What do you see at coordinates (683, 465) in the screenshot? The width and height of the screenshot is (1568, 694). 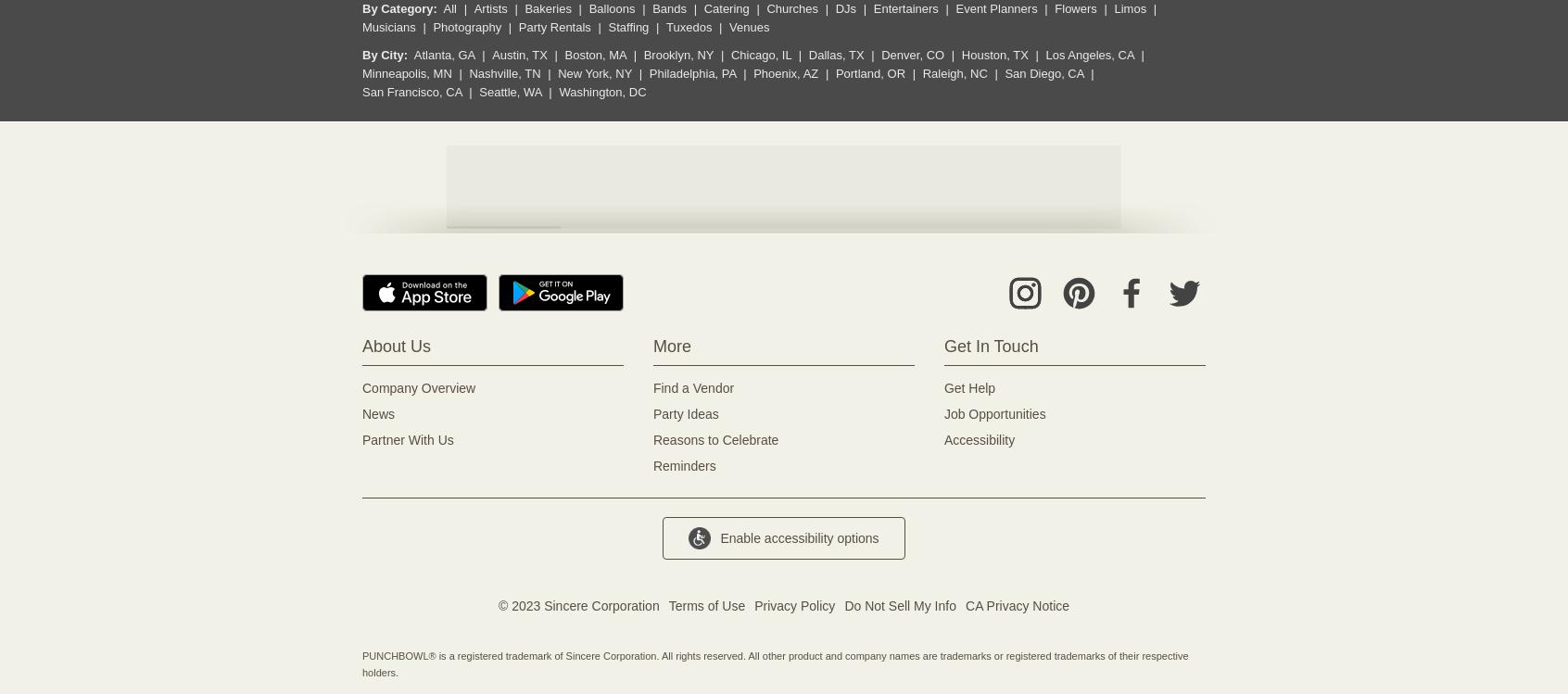 I see `'Reminders'` at bounding box center [683, 465].